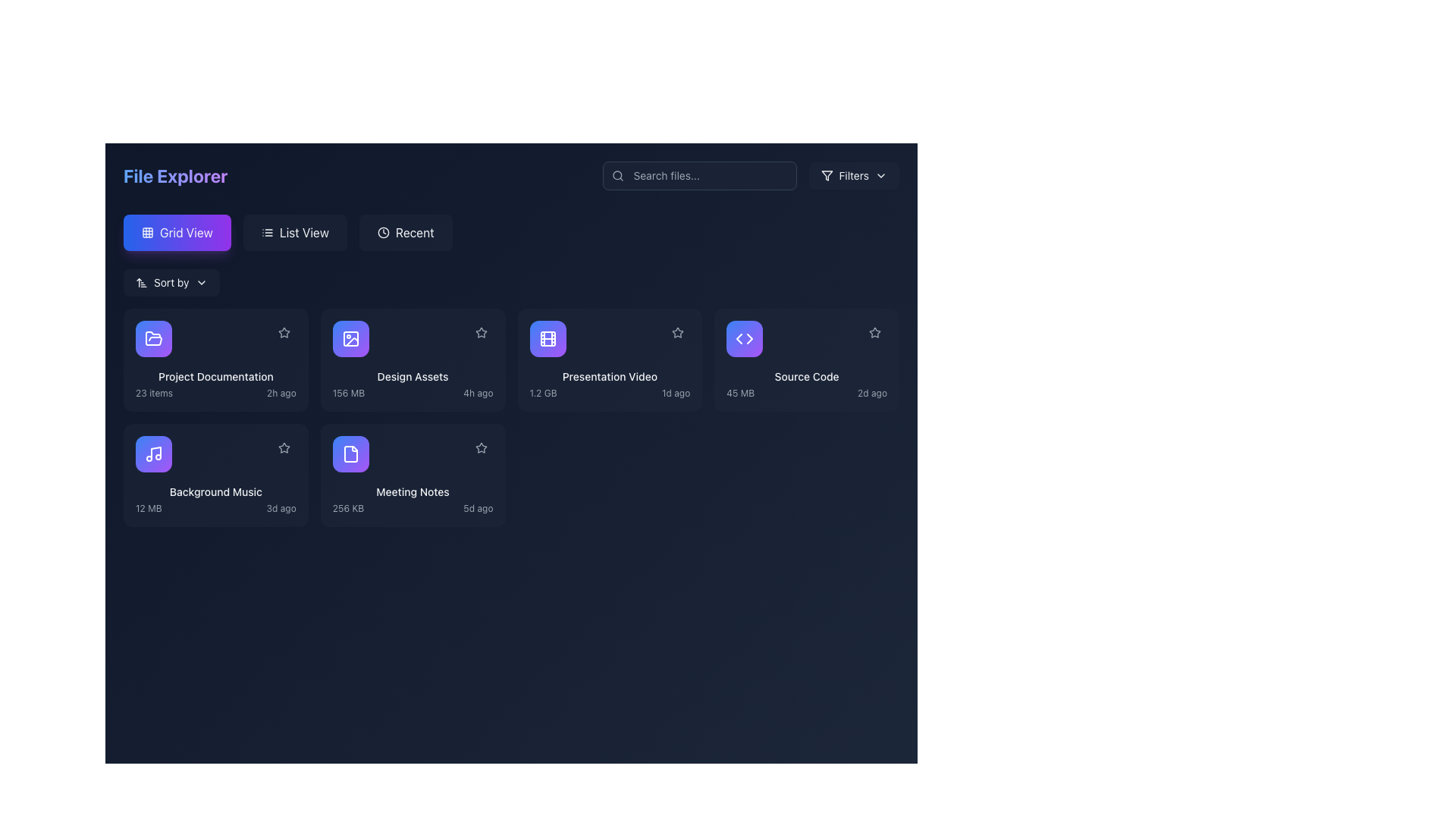 The image size is (1456, 819). Describe the element at coordinates (617, 174) in the screenshot. I see `the dark gray magnifying glass icon located to the left of the search input field in the search bar to initiate the search` at that location.